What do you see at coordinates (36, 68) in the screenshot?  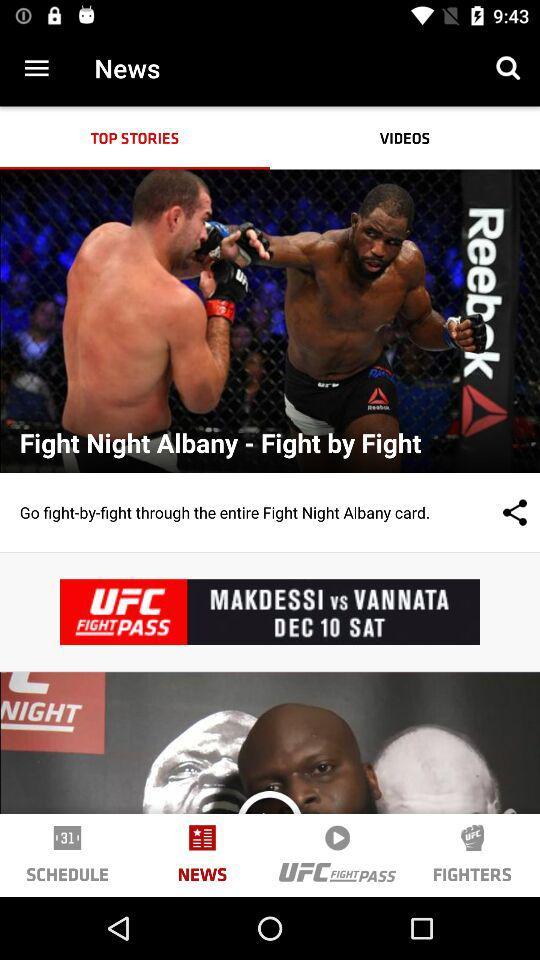 I see `open main menu` at bounding box center [36, 68].